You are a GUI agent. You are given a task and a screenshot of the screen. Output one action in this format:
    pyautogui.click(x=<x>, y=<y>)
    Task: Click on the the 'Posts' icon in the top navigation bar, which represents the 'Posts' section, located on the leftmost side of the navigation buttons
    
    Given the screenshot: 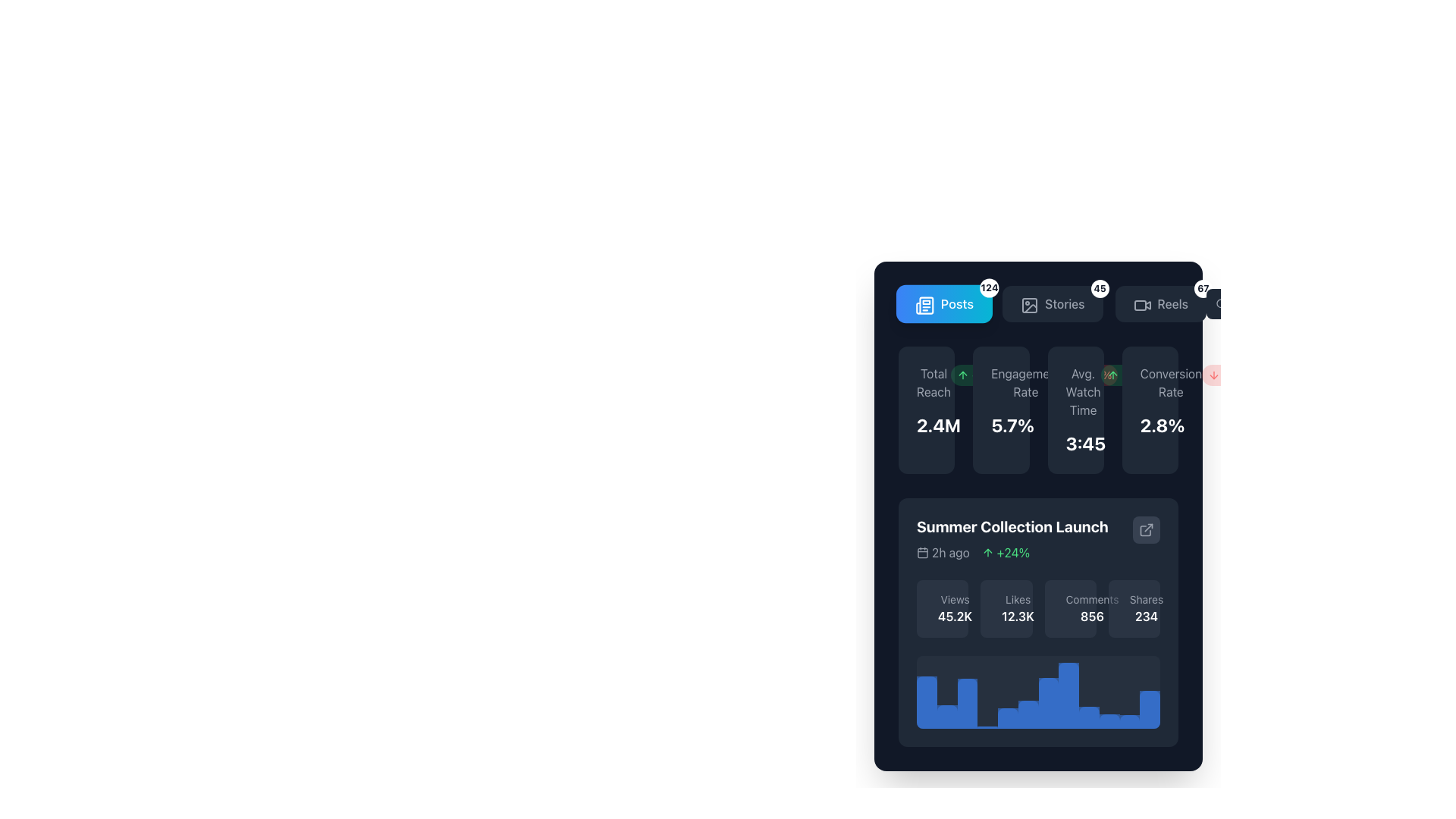 What is the action you would take?
    pyautogui.click(x=924, y=306)
    